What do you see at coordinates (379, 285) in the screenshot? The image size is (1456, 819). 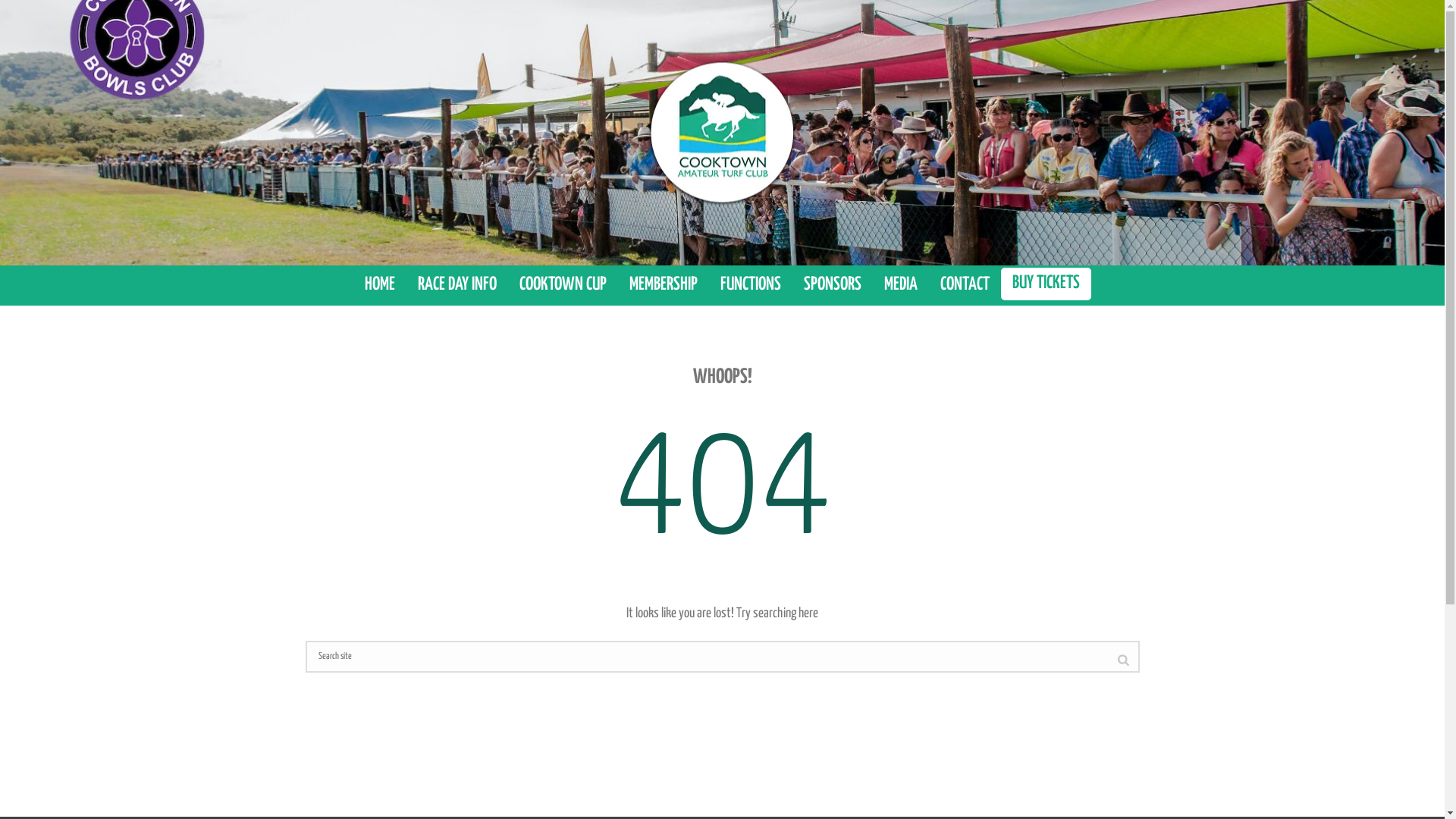 I see `'HOME'` at bounding box center [379, 285].